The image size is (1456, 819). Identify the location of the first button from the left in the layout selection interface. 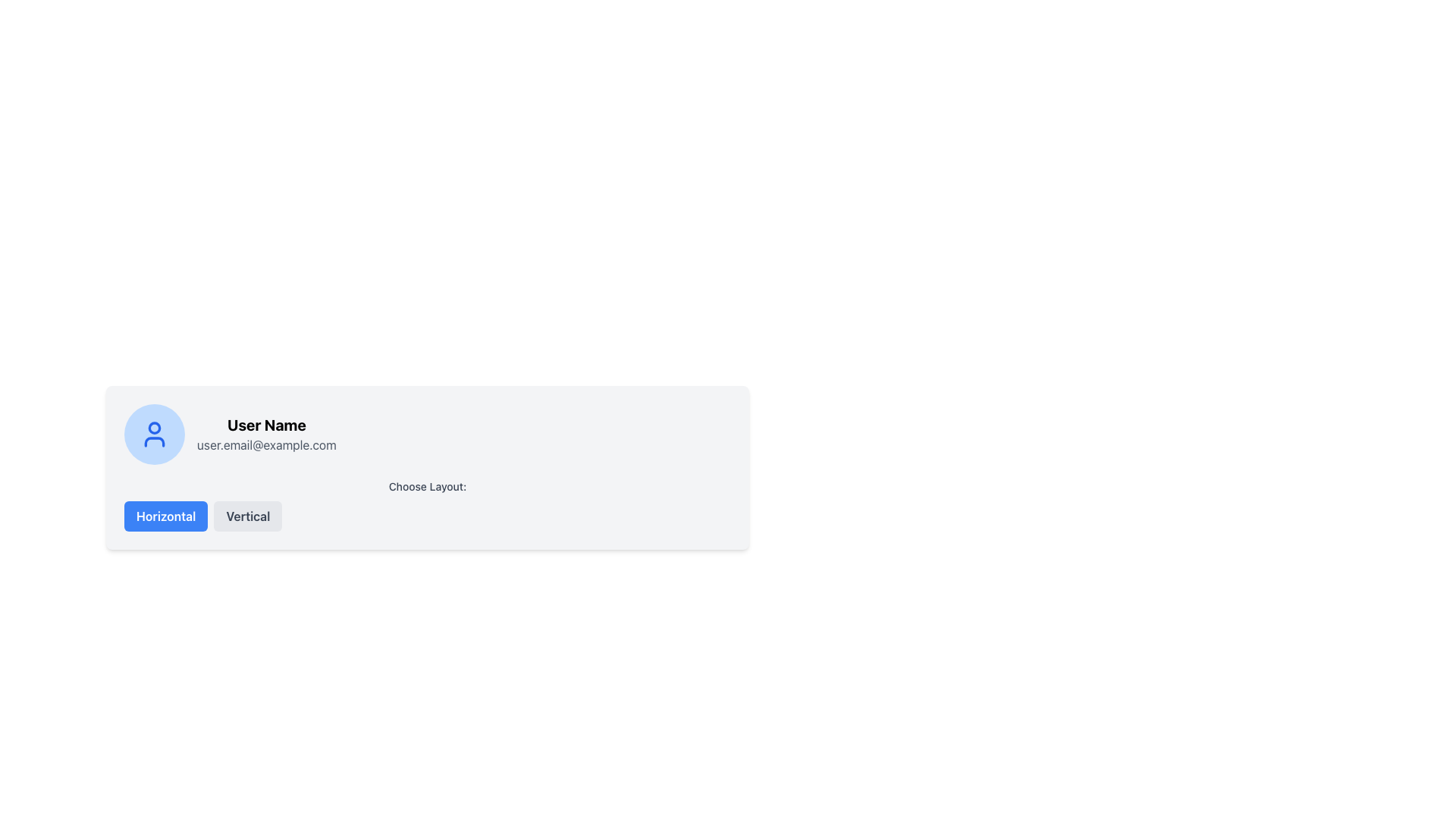
(166, 516).